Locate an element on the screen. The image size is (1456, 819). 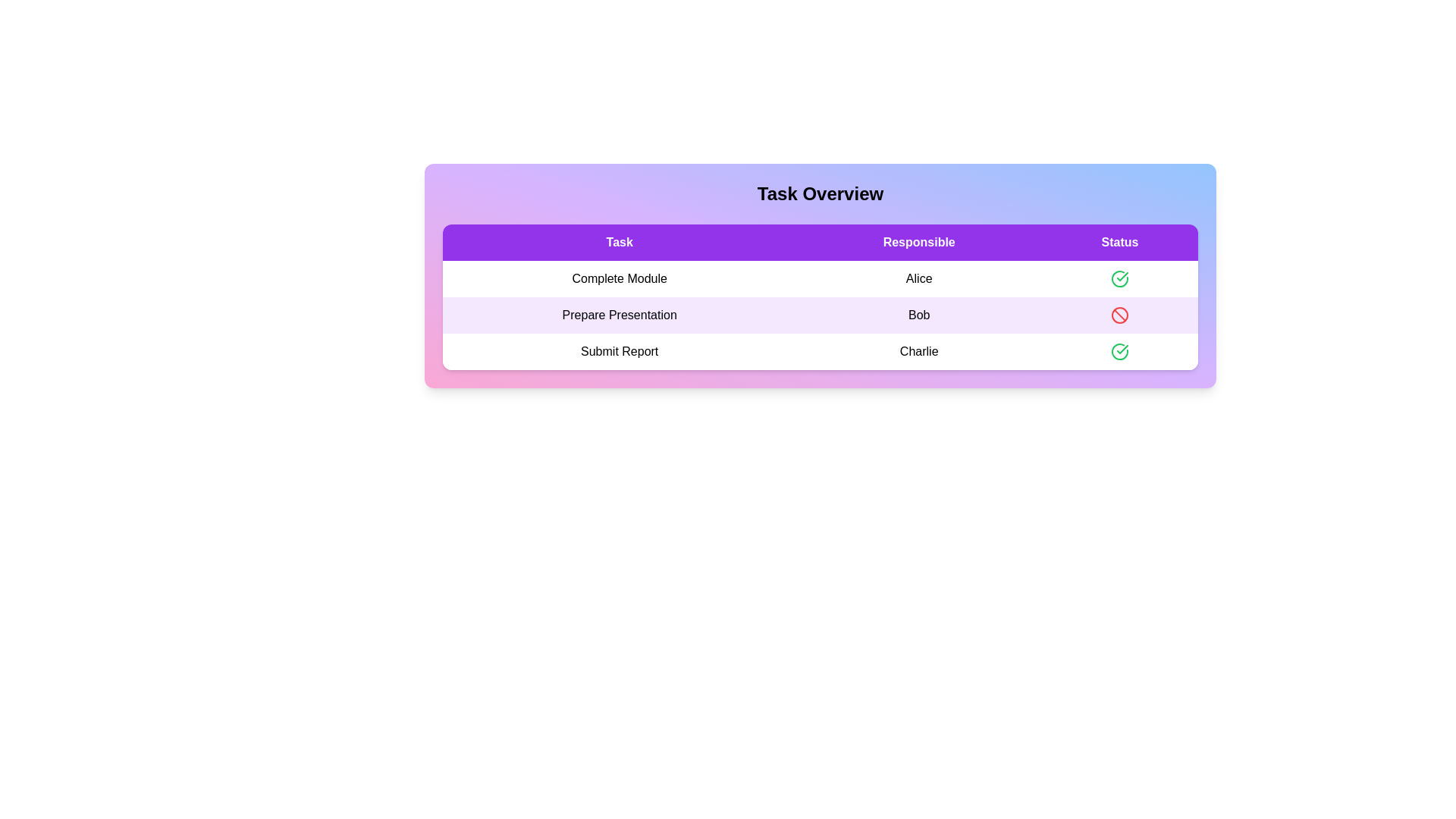
the red circular badge with a crossed line in the 'Status' column of the 'Prepare Presentation' row is located at coordinates (1120, 315).